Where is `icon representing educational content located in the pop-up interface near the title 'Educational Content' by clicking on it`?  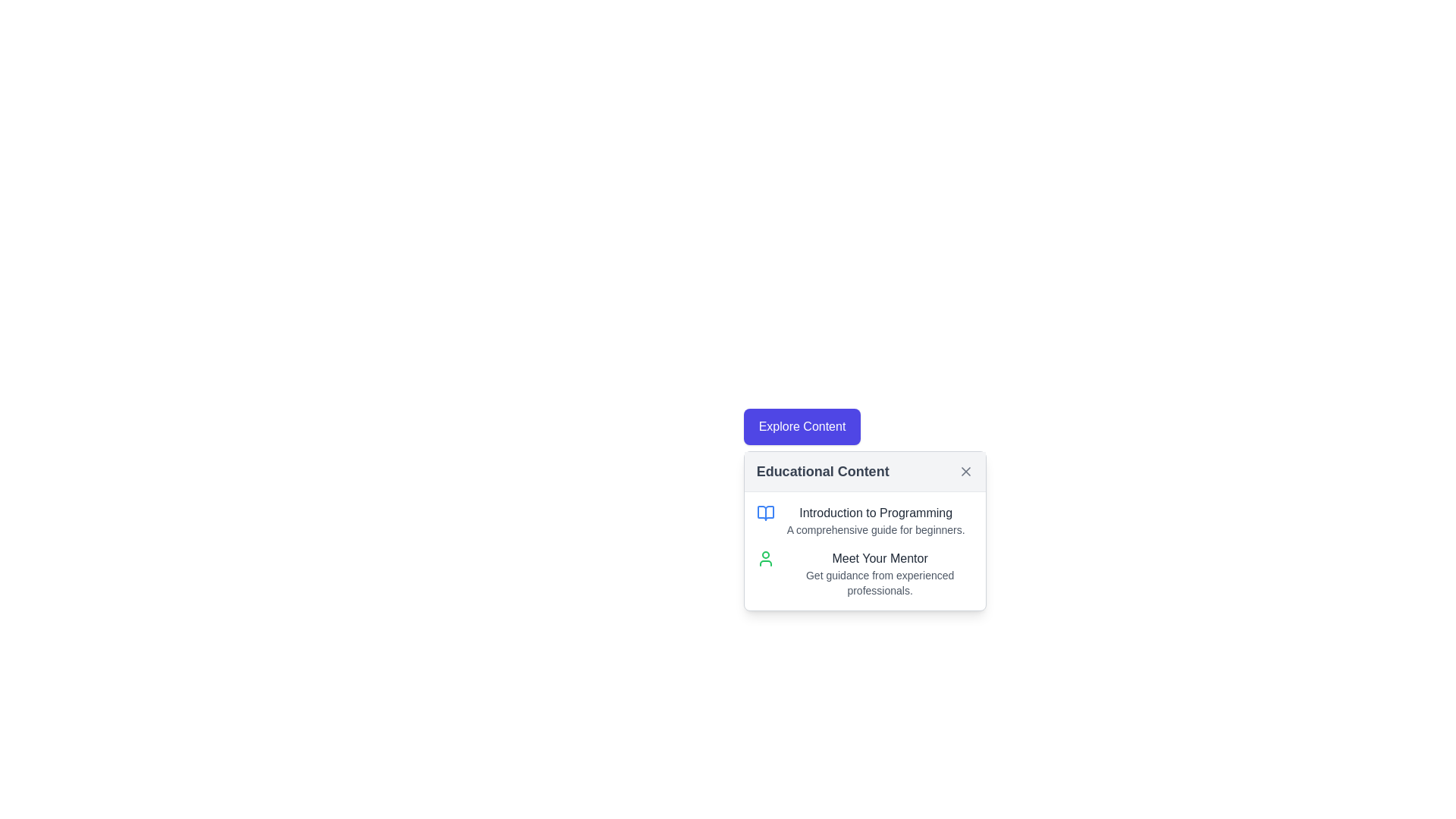
icon representing educational content located in the pop-up interface near the title 'Educational Content' by clicking on it is located at coordinates (765, 513).